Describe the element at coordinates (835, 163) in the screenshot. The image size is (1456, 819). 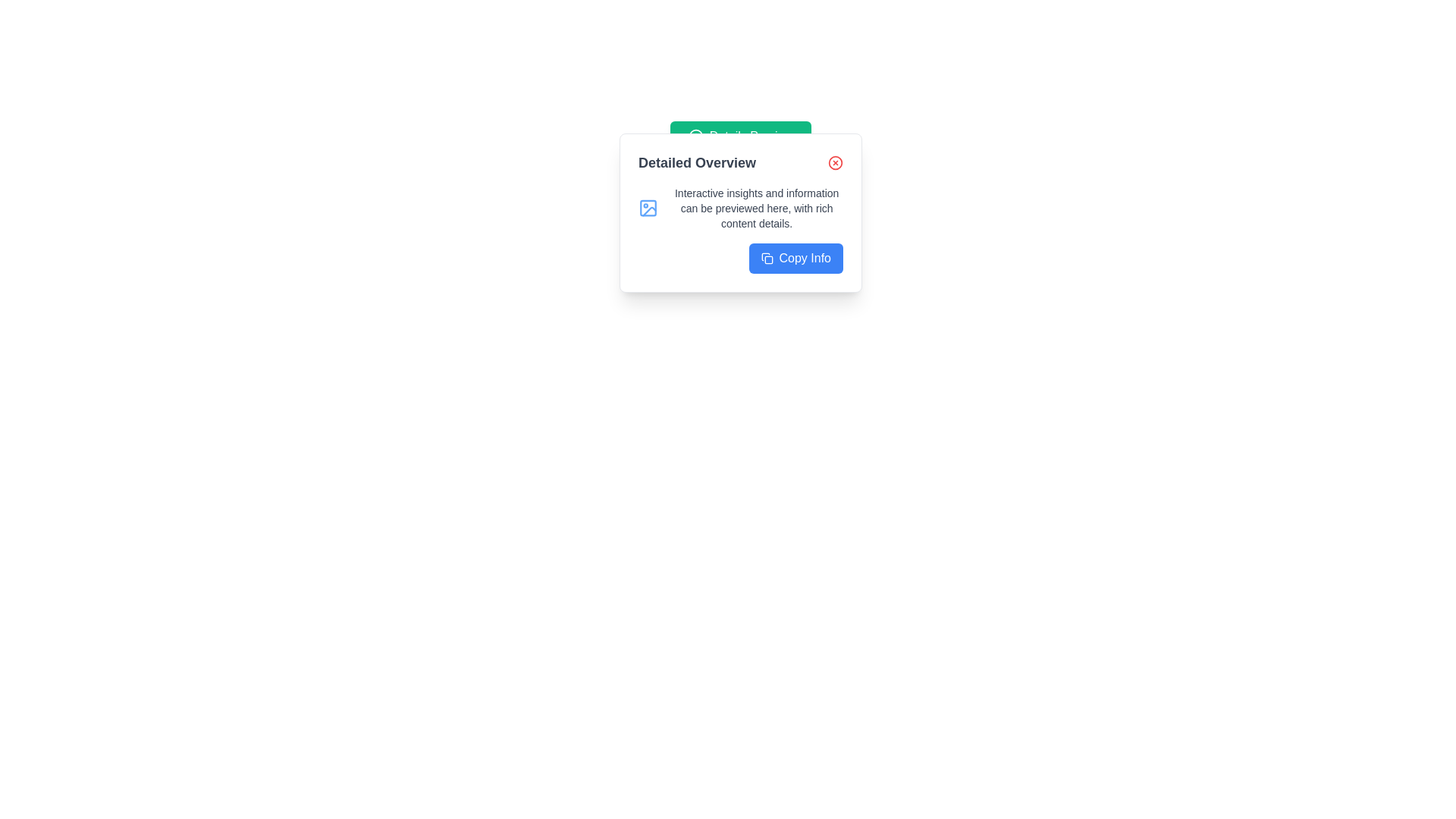
I see `the central vector graphical circle representing the 'close' or 'cancel' icon in the top-right corner of the popup card` at that location.